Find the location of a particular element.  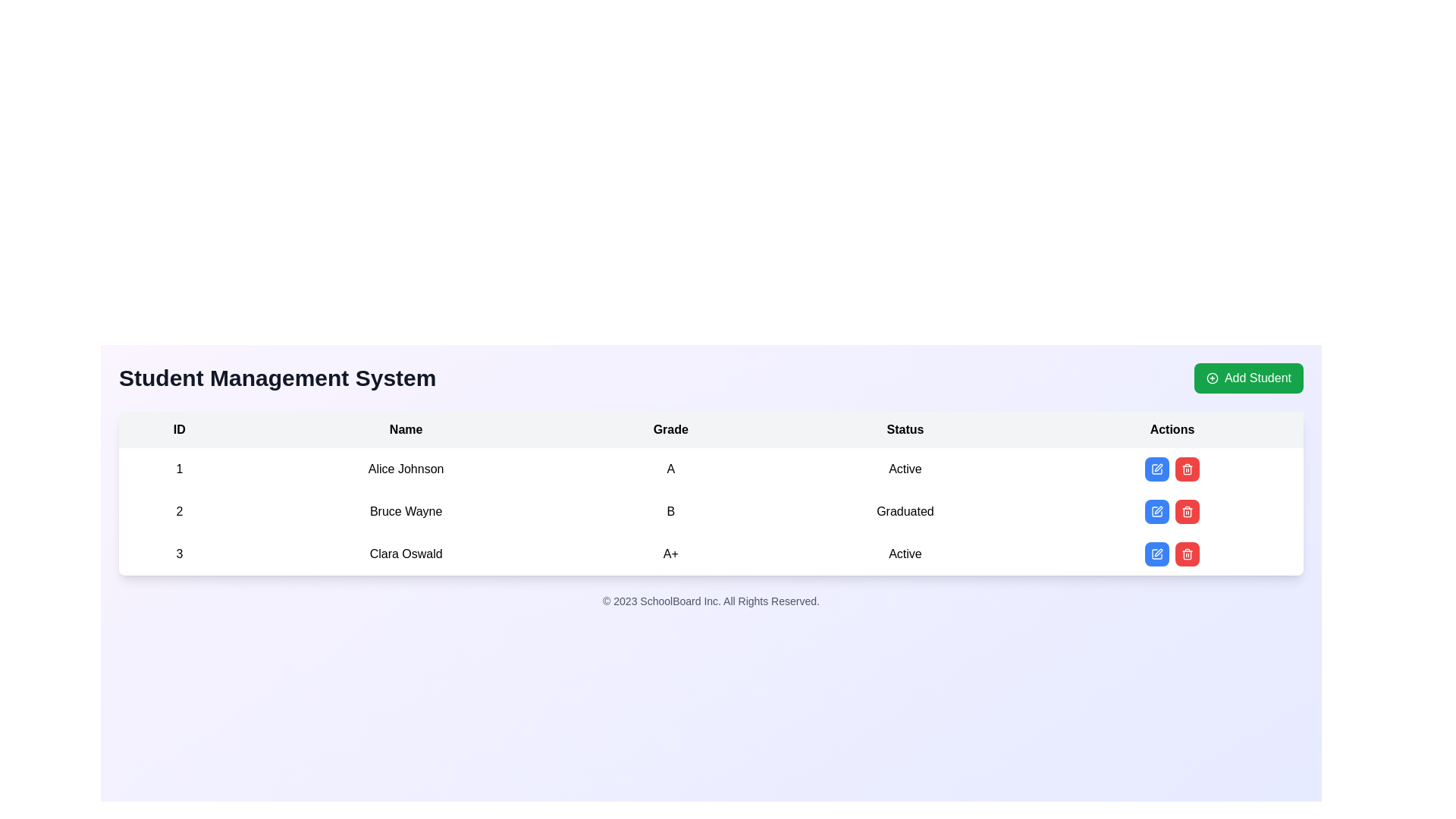

the Edit icon button, which is a white pencil icon on a circular blue background, located in the first button of the action column for the second row (Bruce Wayne) is located at coordinates (1156, 512).